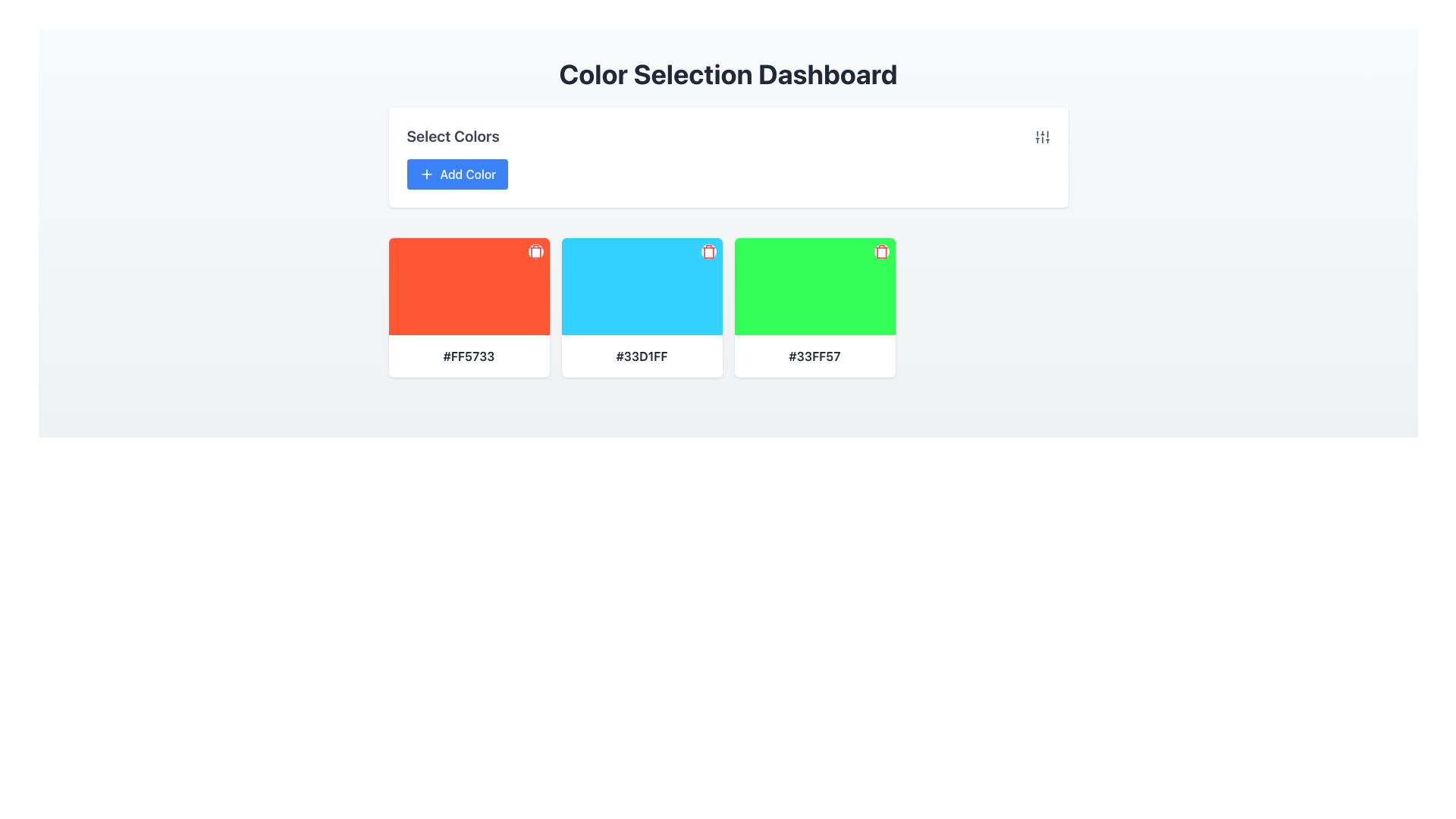 Image resolution: width=1456 pixels, height=819 pixels. What do you see at coordinates (814, 307) in the screenshot?
I see `the color selection card displaying the hexadecimal code for color, located in the third column of the grid layout` at bounding box center [814, 307].